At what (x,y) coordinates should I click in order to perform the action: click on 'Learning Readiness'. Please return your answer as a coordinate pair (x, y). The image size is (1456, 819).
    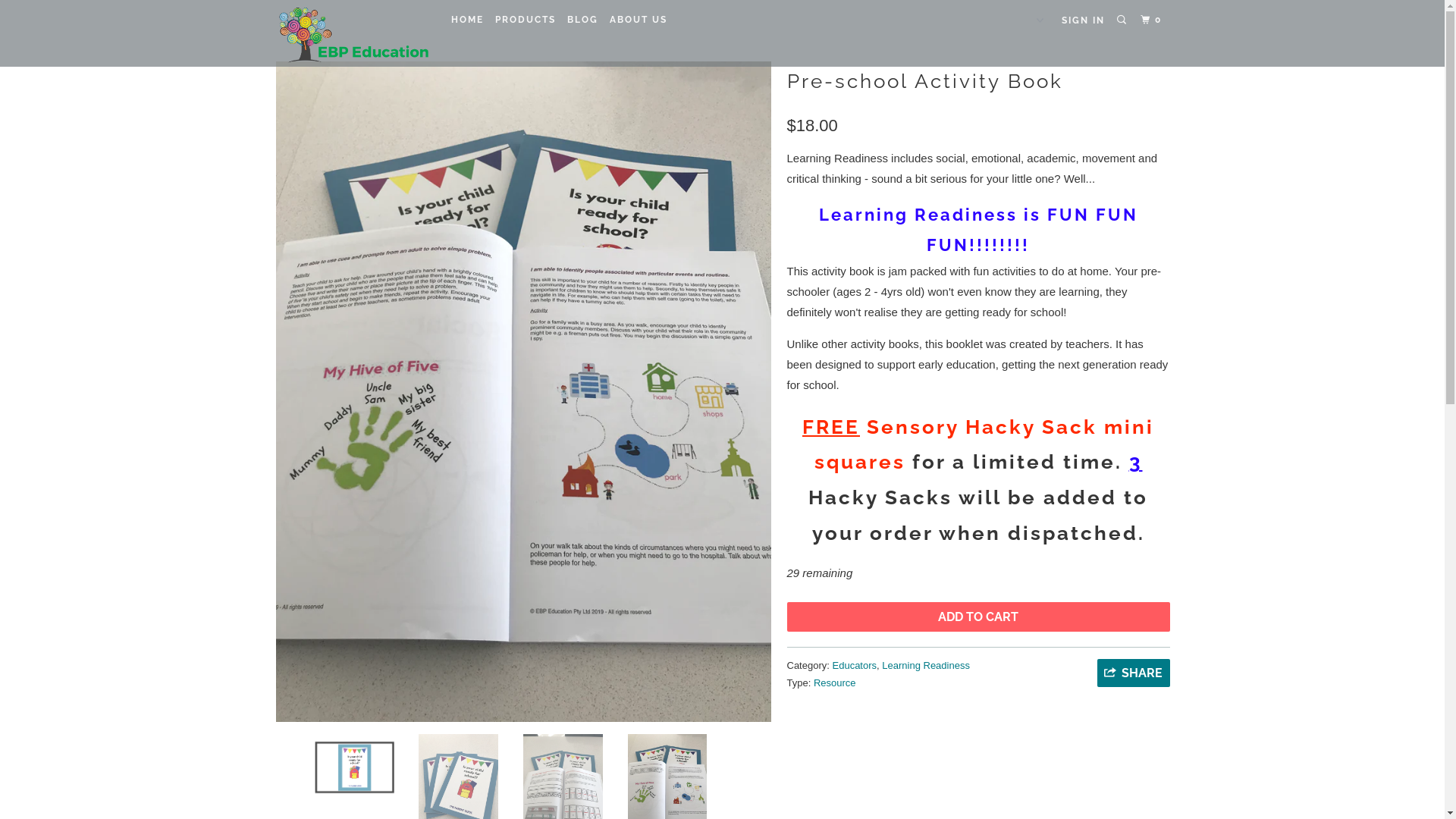
    Looking at the image, I should click on (881, 664).